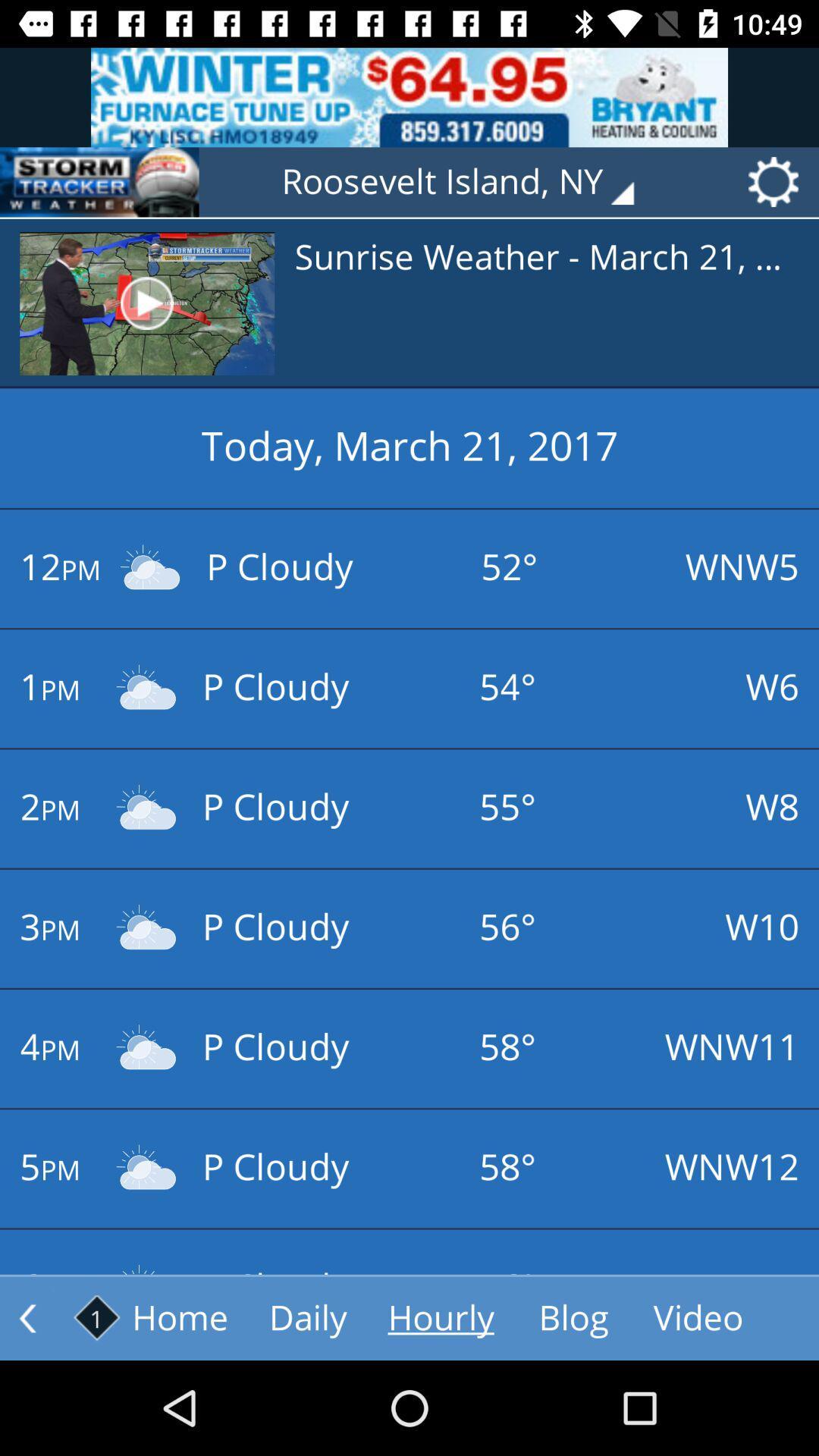 The width and height of the screenshot is (819, 1456). What do you see at coordinates (99, 182) in the screenshot?
I see `the icon next to the roosevelt island, ny icon` at bounding box center [99, 182].